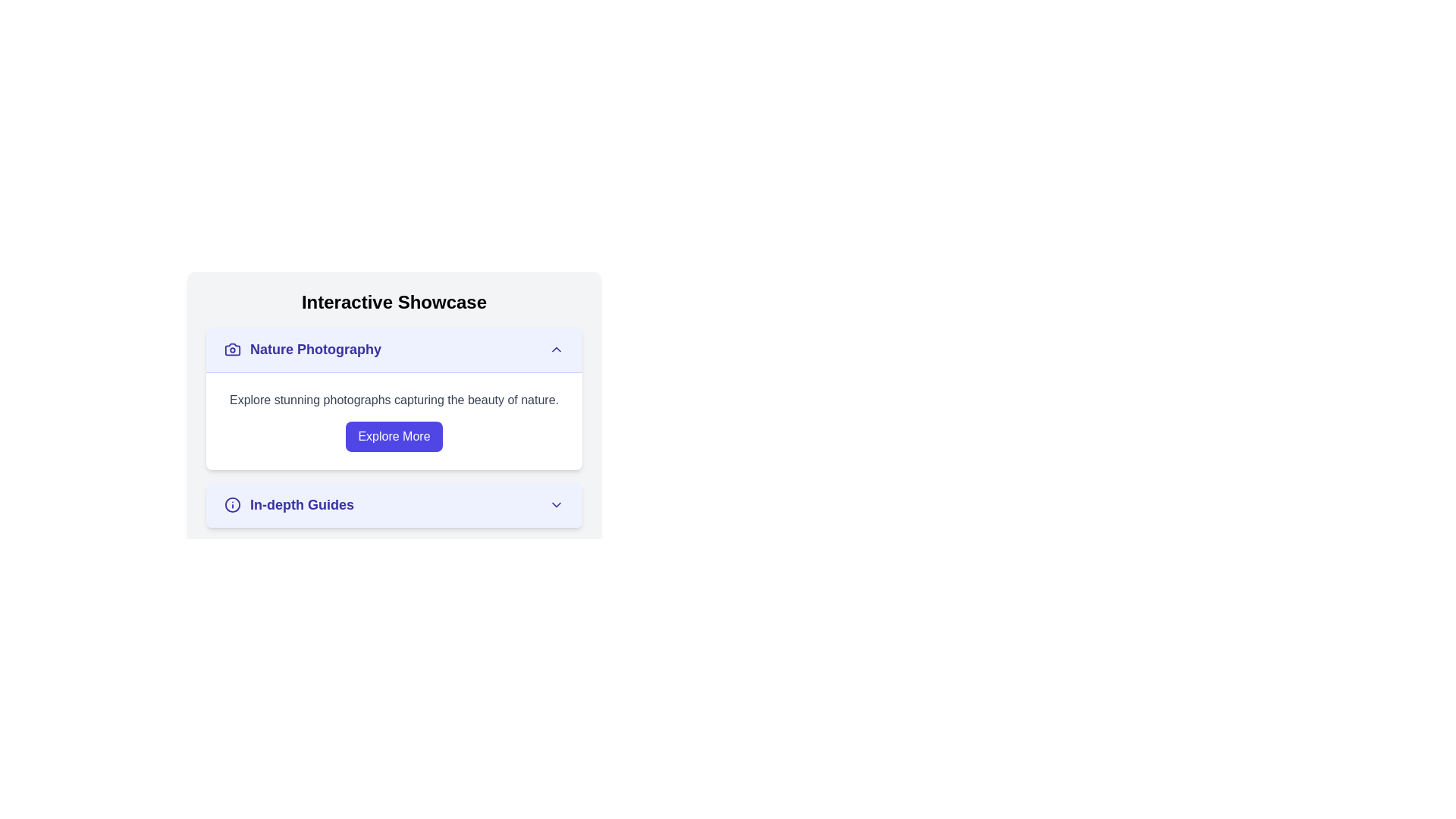  I want to click on the button located within the 'Nature Photography' section, so click(394, 436).